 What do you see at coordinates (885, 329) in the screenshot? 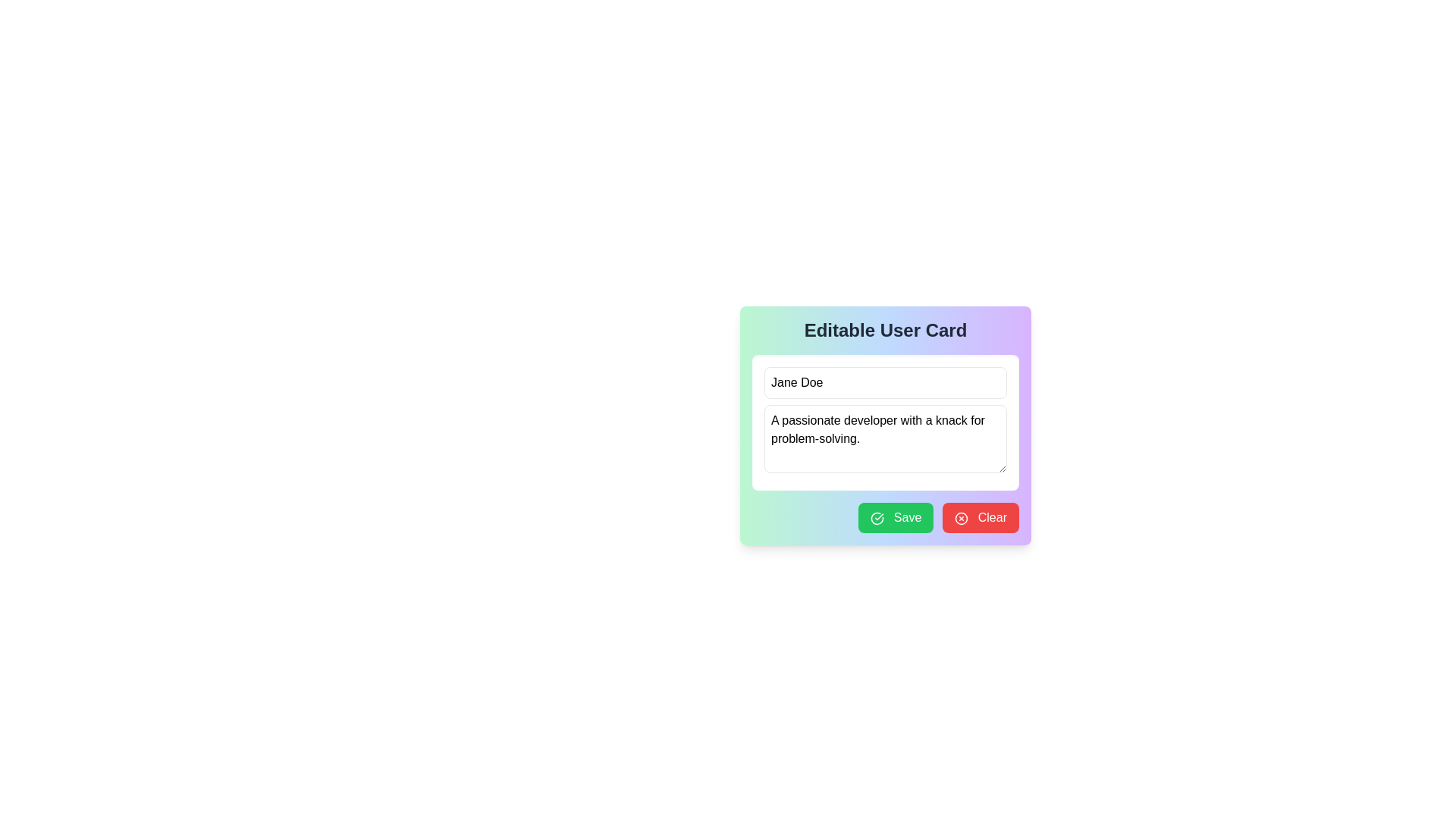
I see `the static text element that serves as the title for the user card, located at the top of the card component` at bounding box center [885, 329].